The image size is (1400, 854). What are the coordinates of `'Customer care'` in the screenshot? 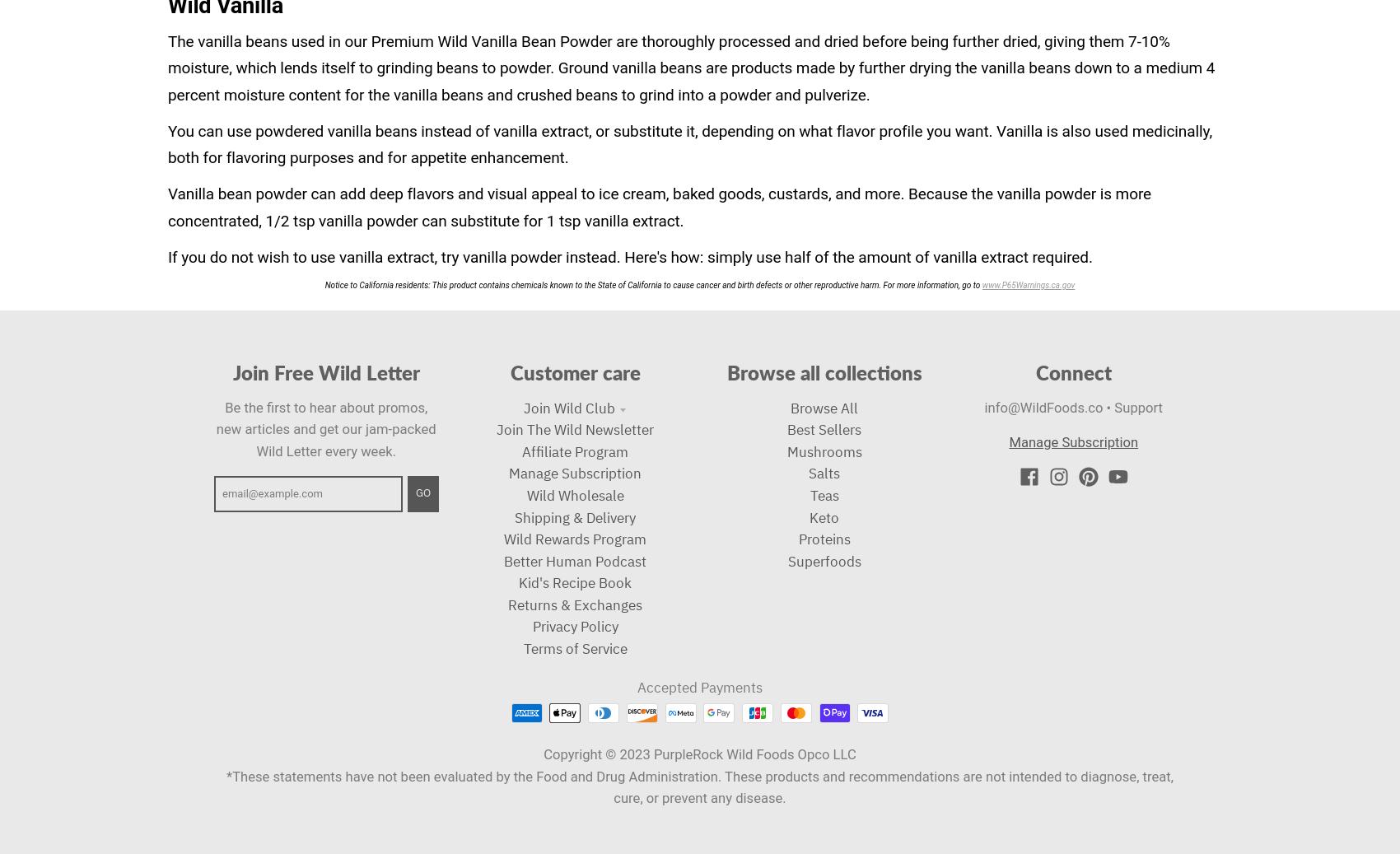 It's located at (575, 371).